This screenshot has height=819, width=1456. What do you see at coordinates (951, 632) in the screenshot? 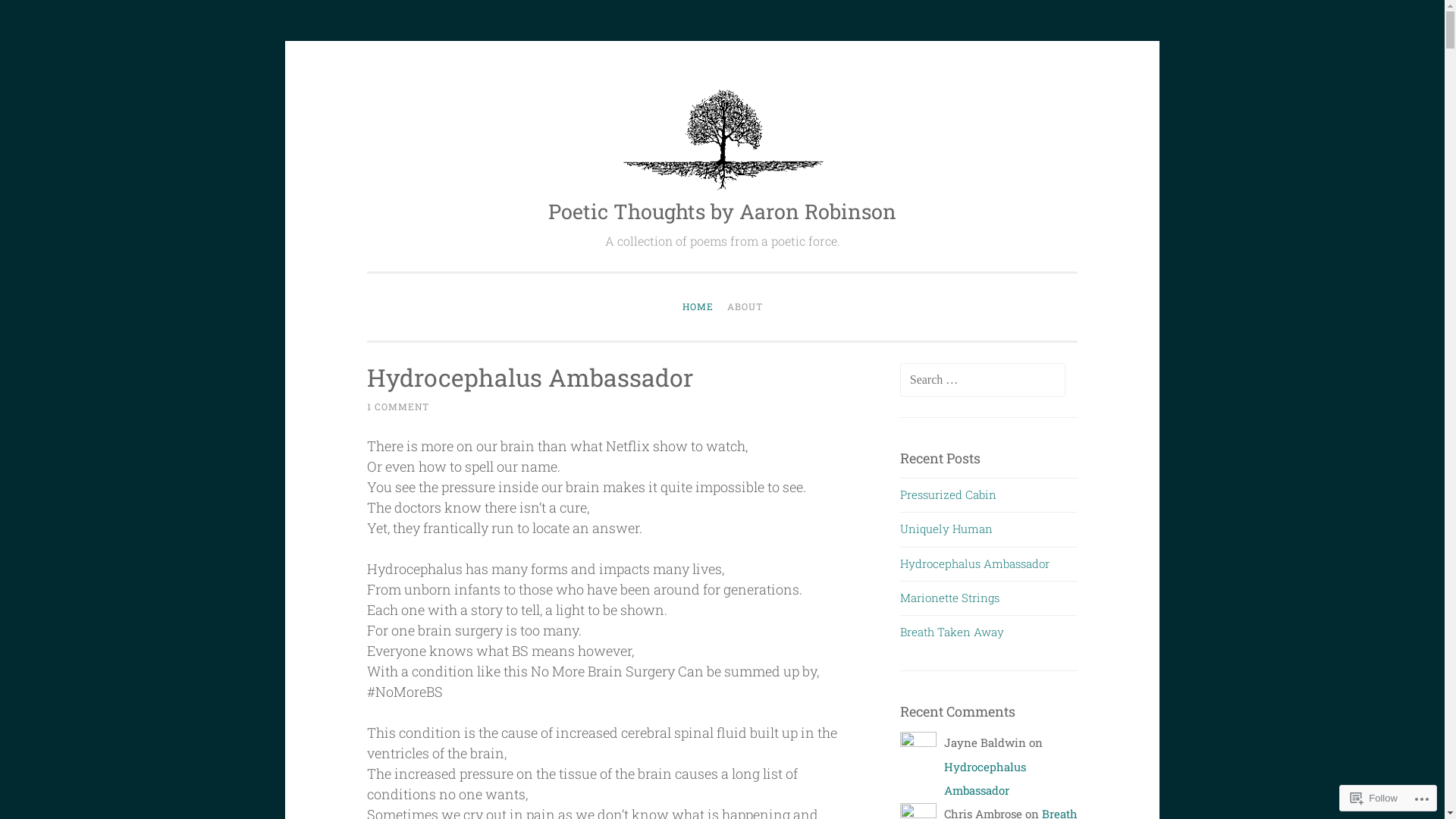
I see `'Breath Taken Away'` at bounding box center [951, 632].